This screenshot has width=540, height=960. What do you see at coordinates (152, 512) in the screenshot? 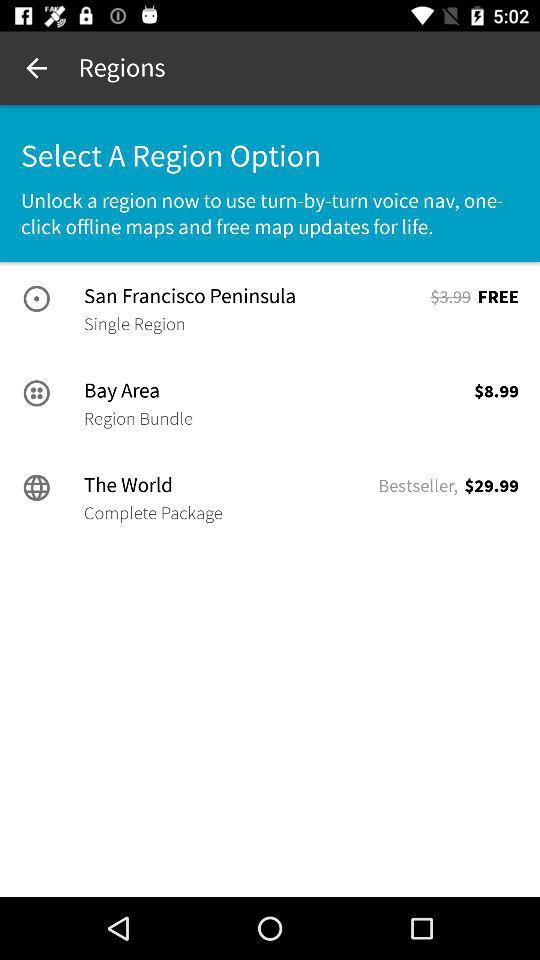
I see `the item next to bestseller, icon` at bounding box center [152, 512].